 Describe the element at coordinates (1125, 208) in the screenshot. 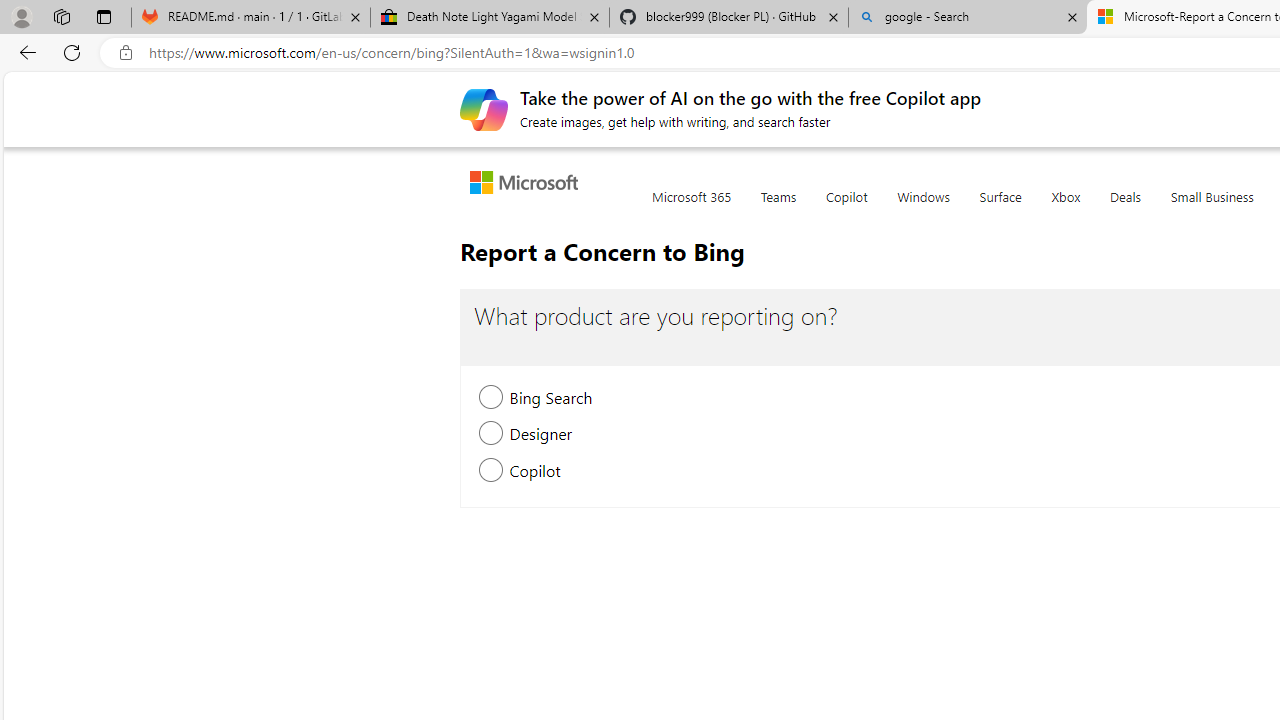

I see `'Deals'` at that location.